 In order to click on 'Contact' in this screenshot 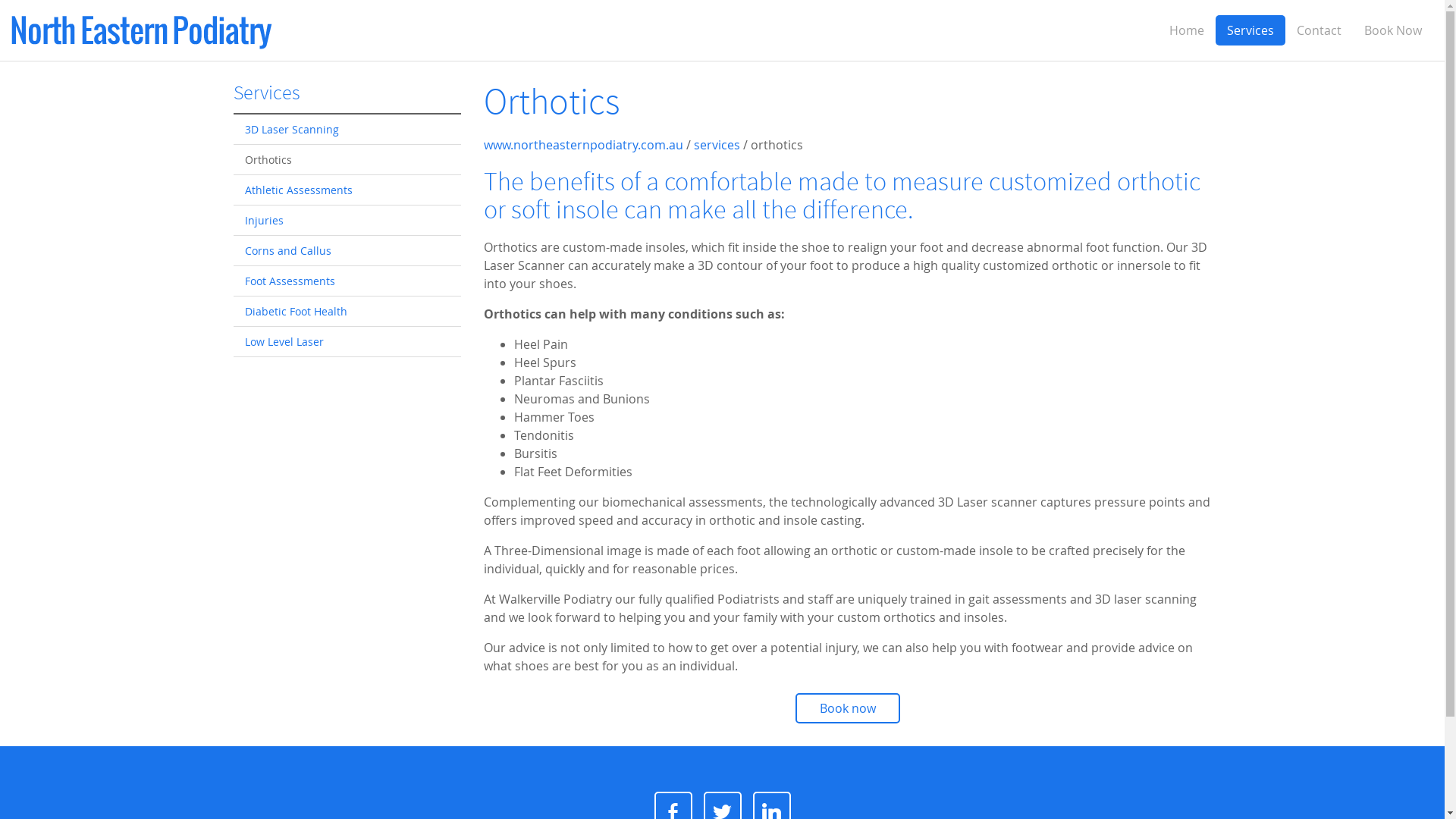, I will do `click(1318, 30)`.